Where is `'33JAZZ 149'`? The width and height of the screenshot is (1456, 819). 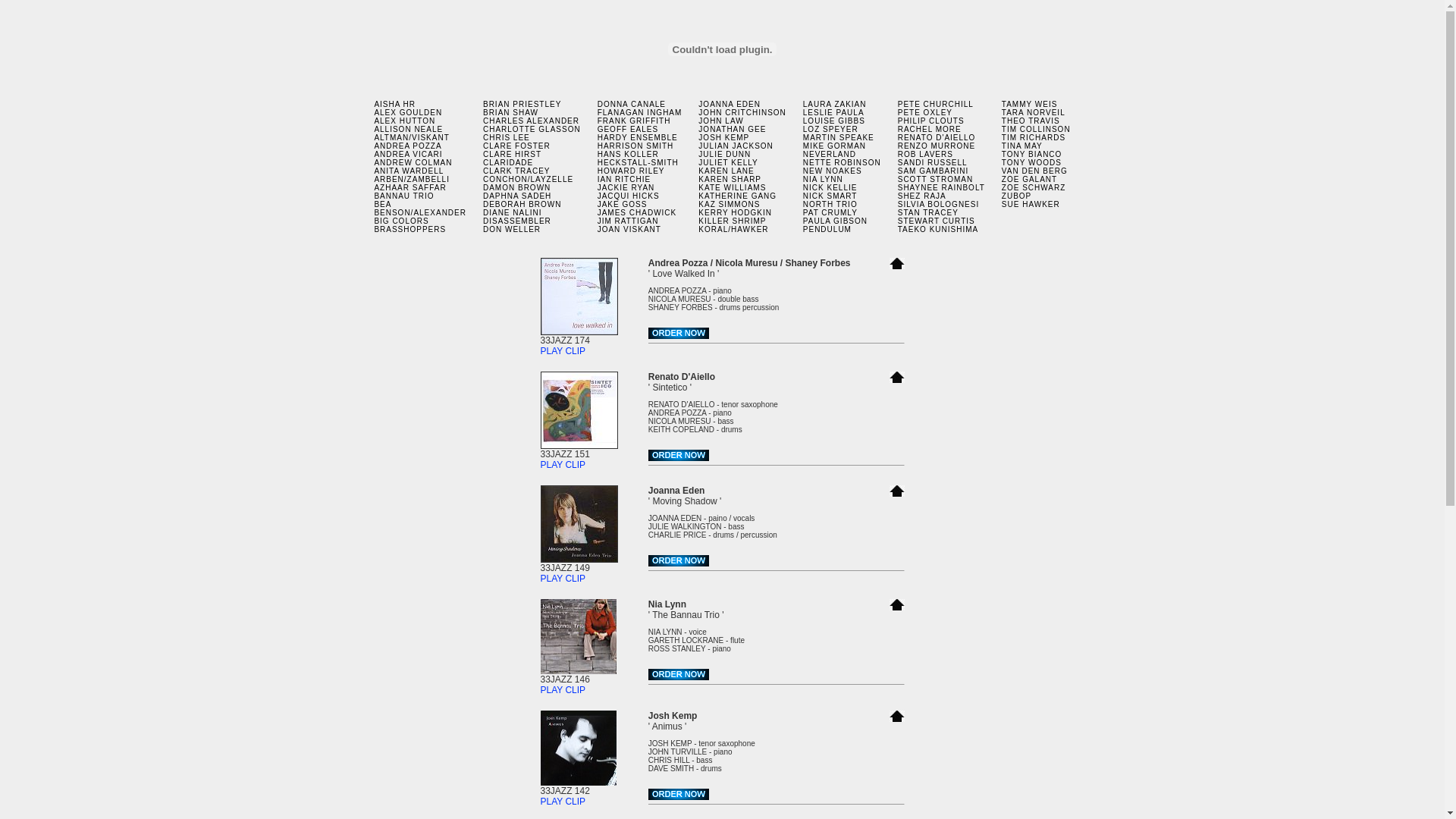
'33JAZZ 149' is located at coordinates (578, 563).